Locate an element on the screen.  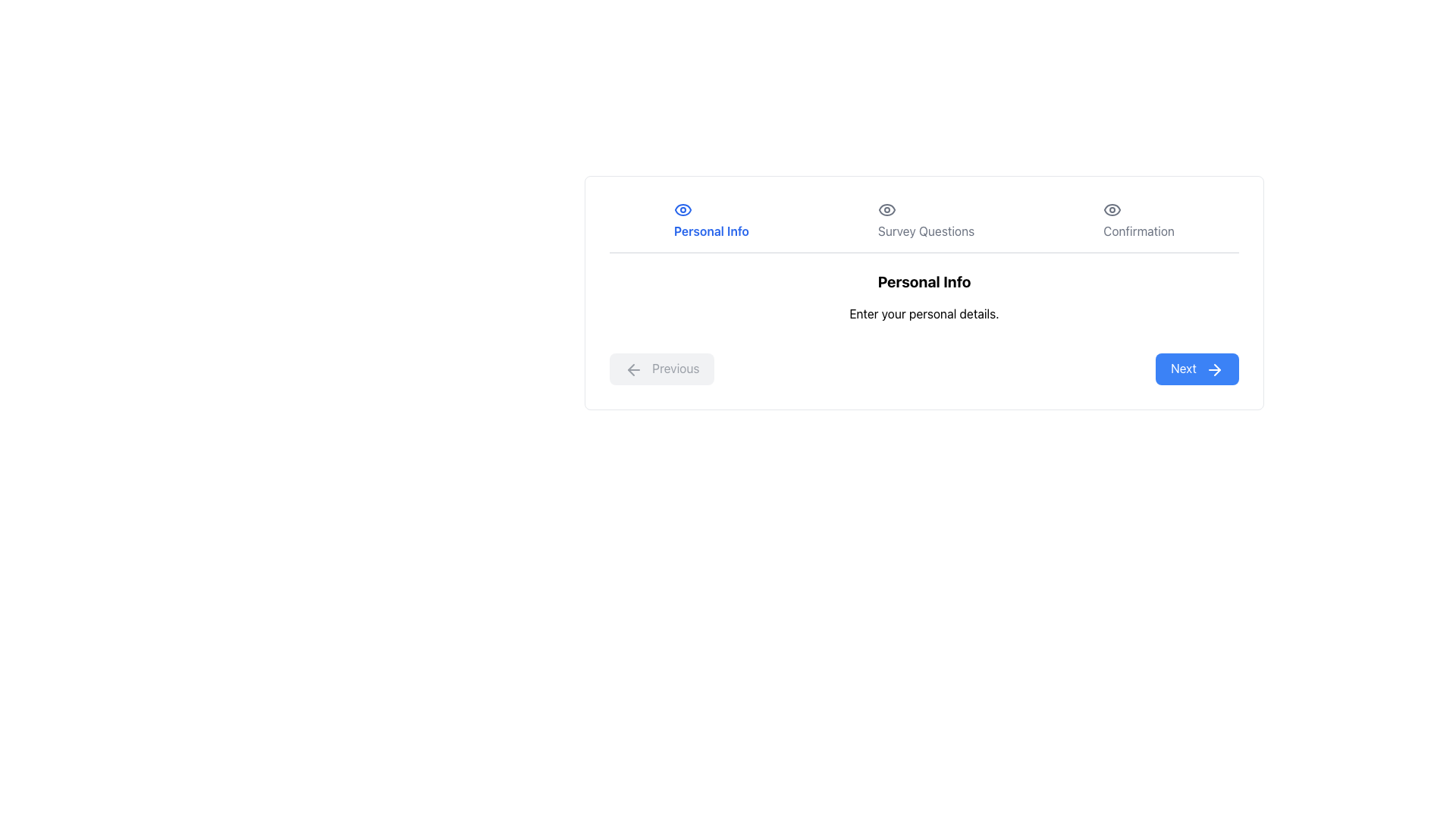
the decorative icon inside the 'Next' button, located at the bottom-right of the card for form navigation steps is located at coordinates (1217, 369).